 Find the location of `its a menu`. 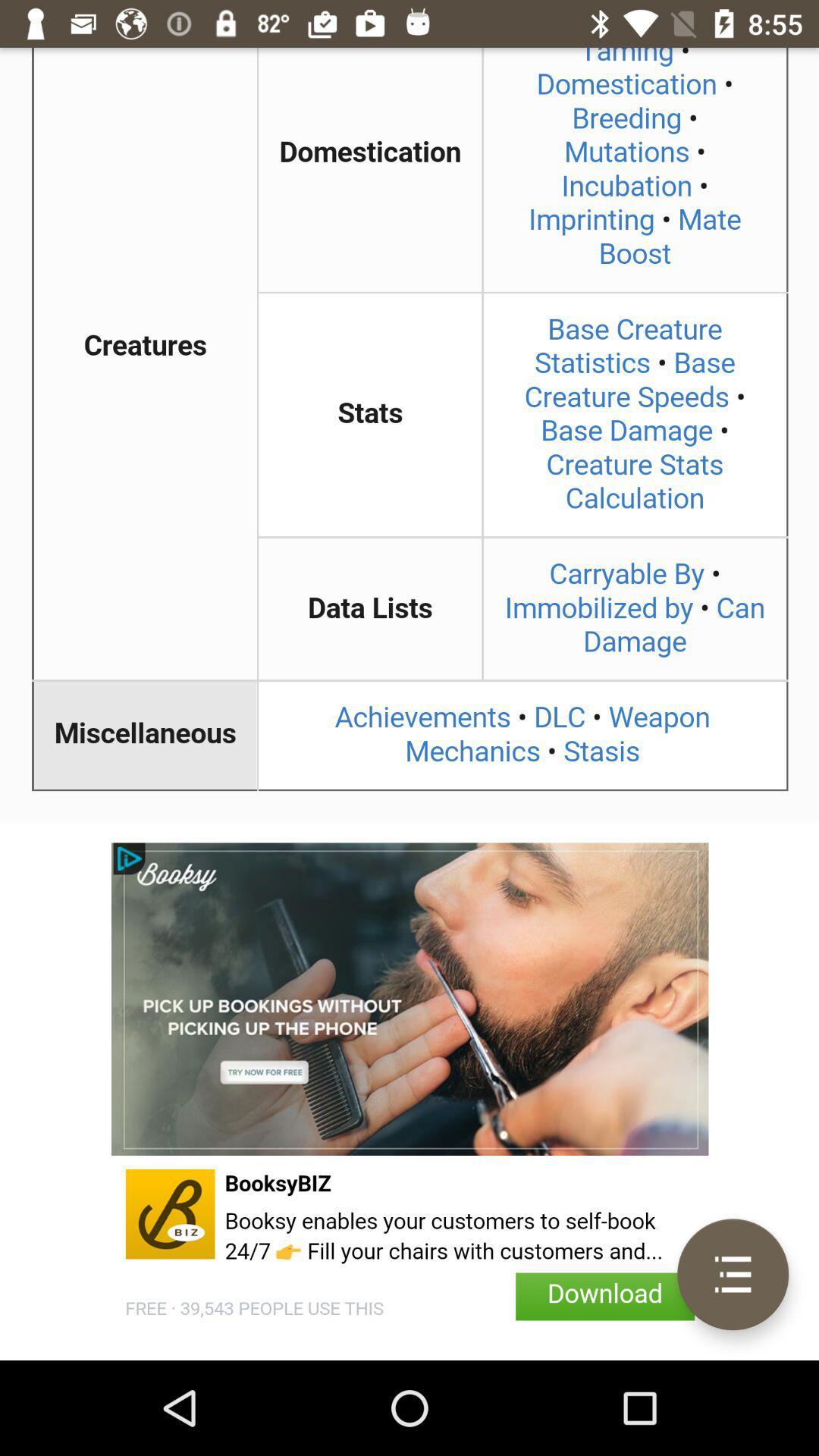

its a menu is located at coordinates (732, 1274).